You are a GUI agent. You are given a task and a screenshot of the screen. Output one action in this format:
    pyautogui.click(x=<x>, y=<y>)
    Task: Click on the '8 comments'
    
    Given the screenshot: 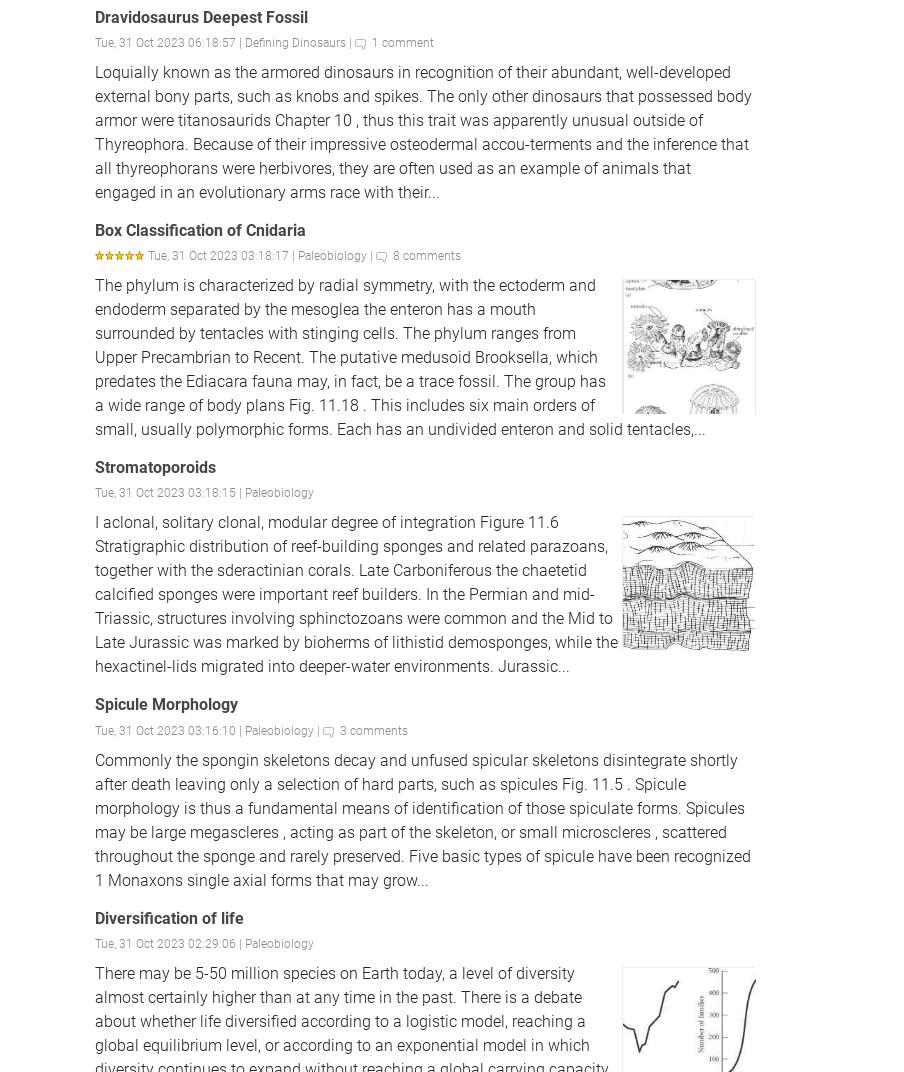 What is the action you would take?
    pyautogui.click(x=426, y=255)
    